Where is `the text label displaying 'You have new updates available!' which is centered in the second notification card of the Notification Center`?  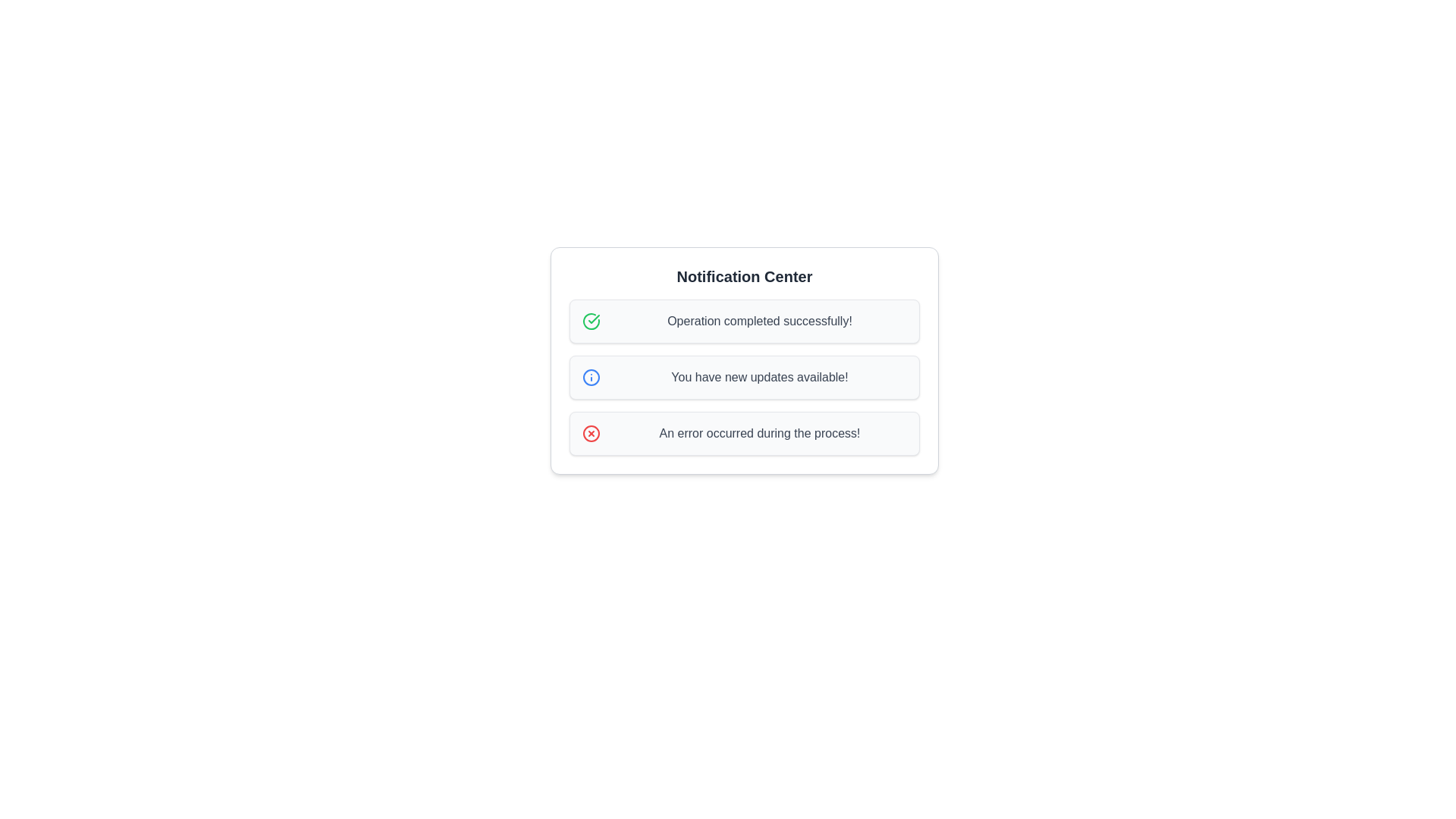
the text label displaying 'You have new updates available!' which is centered in the second notification card of the Notification Center is located at coordinates (760, 376).